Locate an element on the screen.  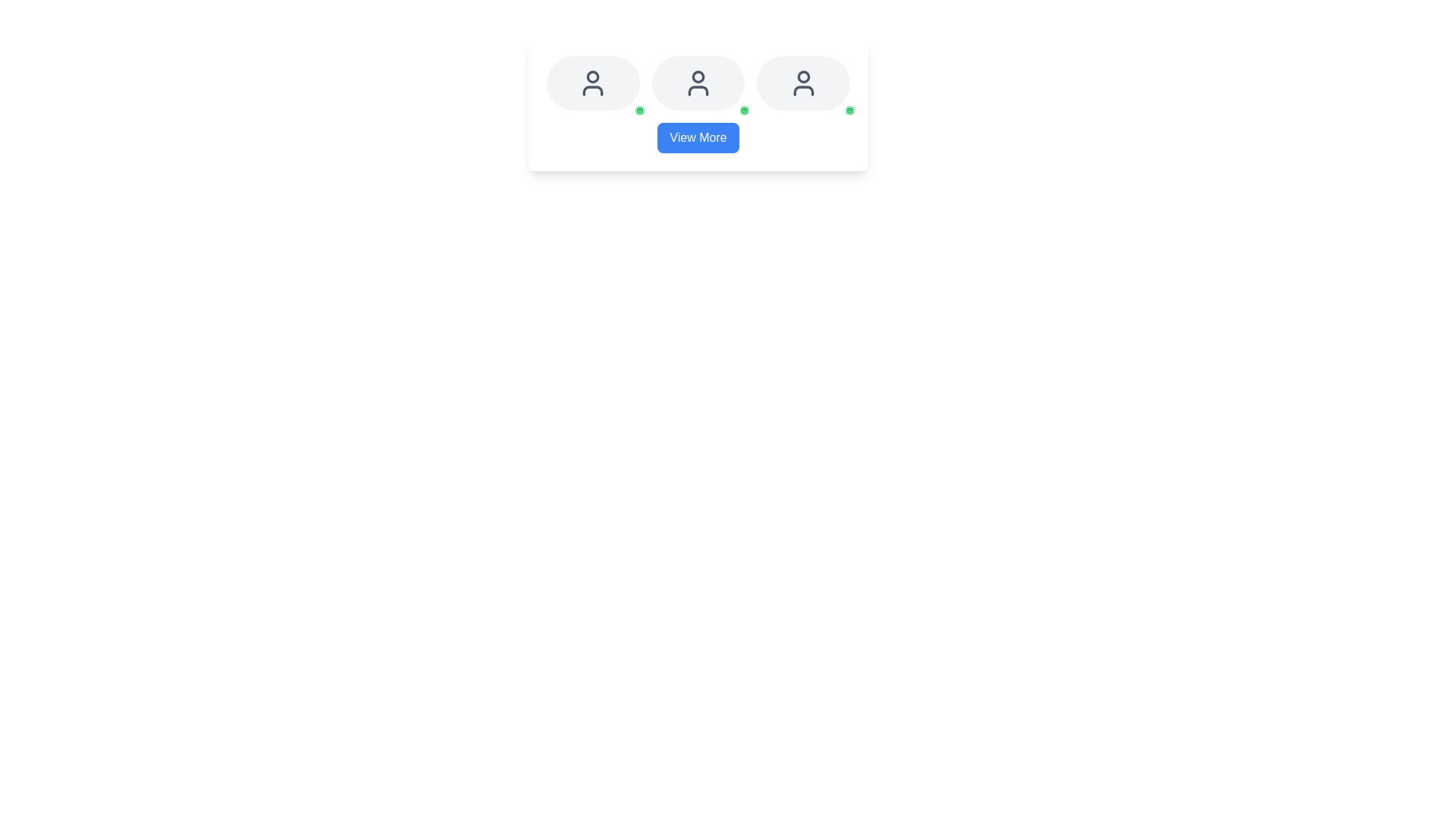
the small smiley face icon displayed in a minimal style, which is placed within a green circular background with a white border, located at the bottom-right corner of the profile block is located at coordinates (639, 110).